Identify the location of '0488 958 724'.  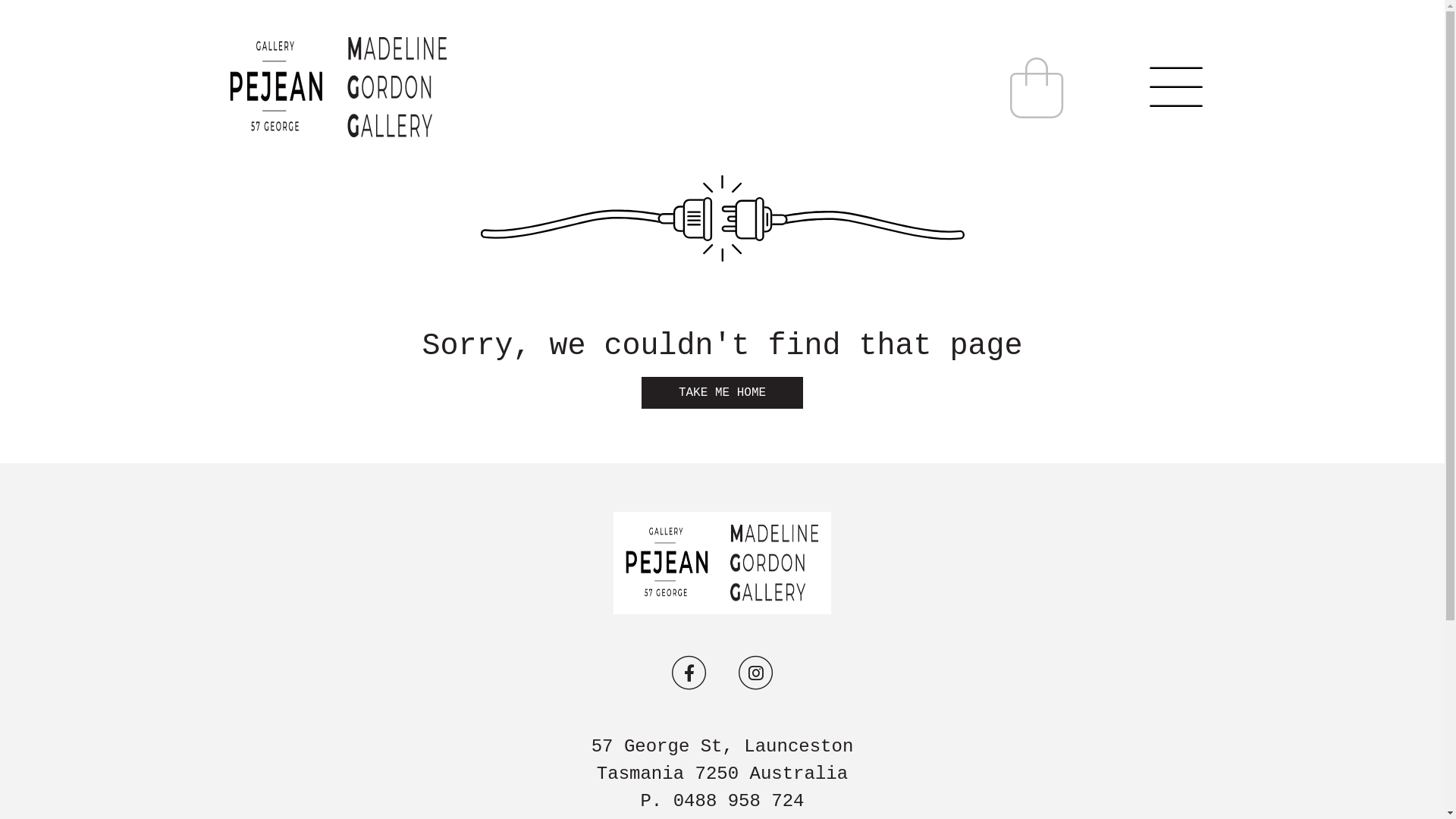
(739, 800).